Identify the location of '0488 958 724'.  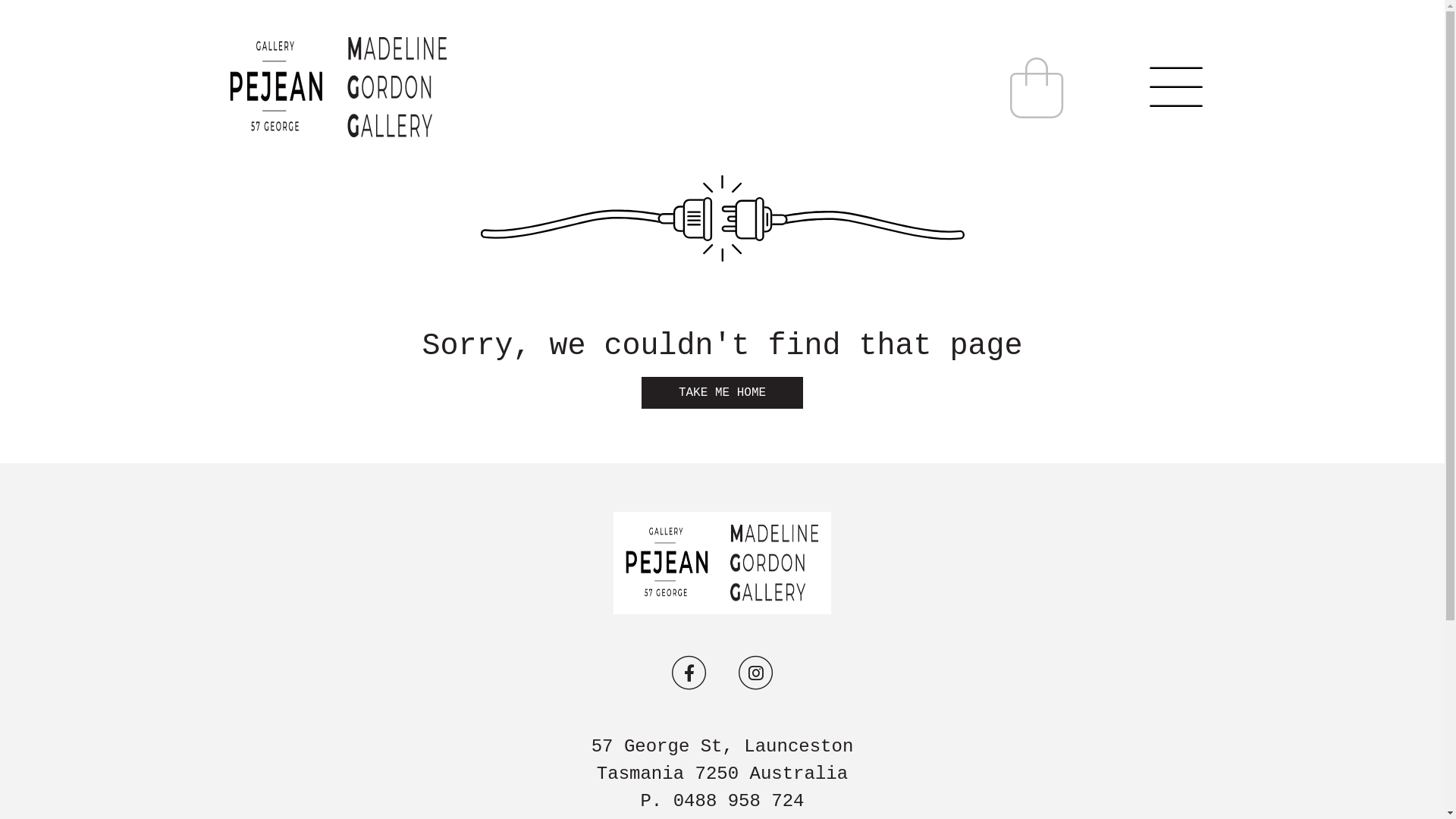
(739, 800).